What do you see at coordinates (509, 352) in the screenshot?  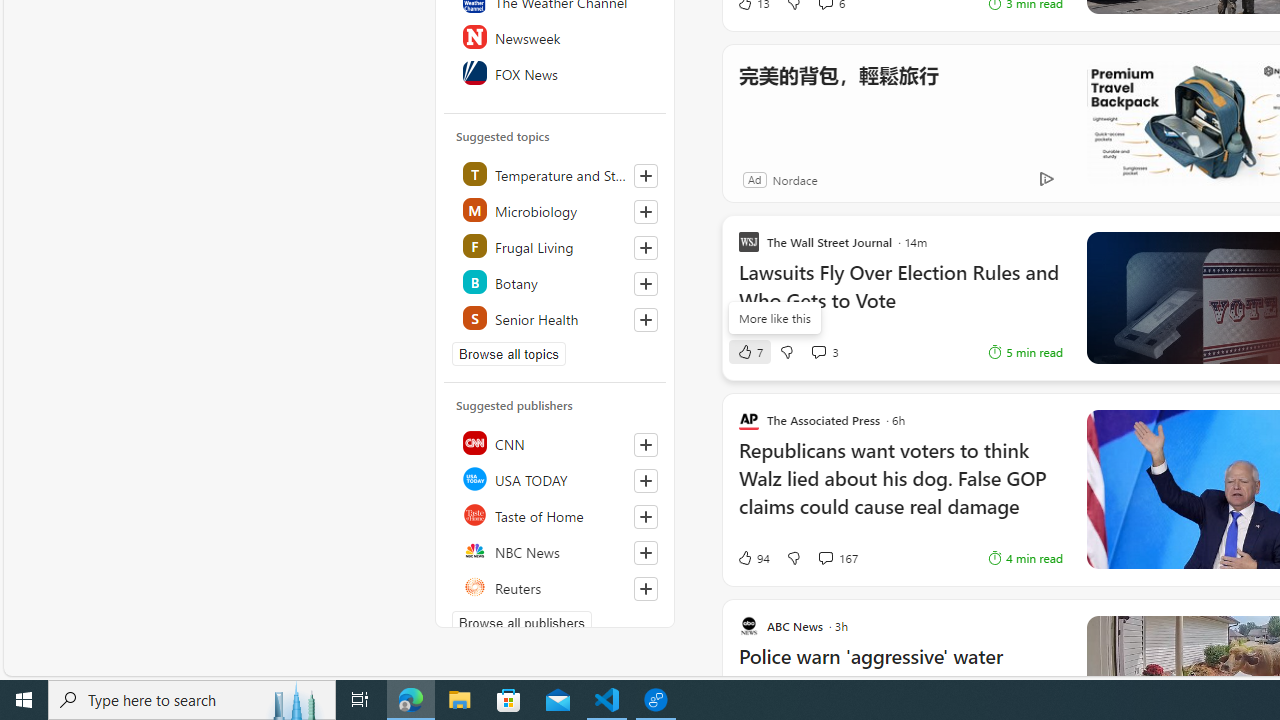 I see `'Browse all topics'` at bounding box center [509, 352].